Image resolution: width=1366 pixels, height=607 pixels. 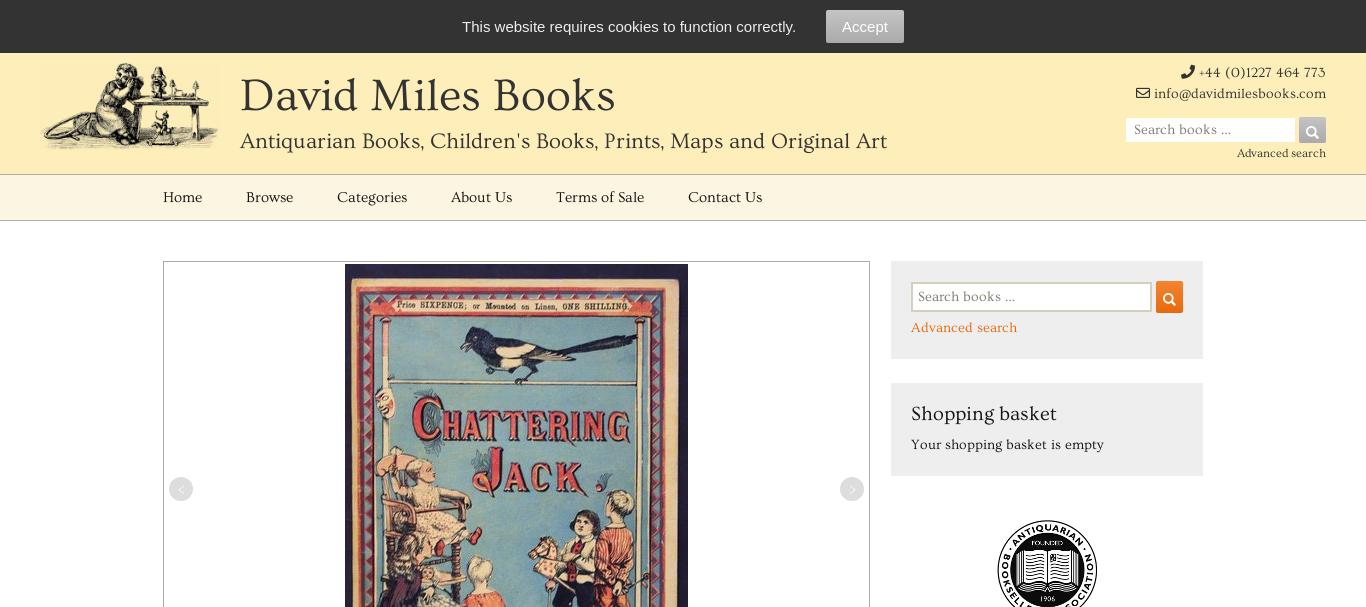 What do you see at coordinates (847, 488) in the screenshot?
I see `'>'` at bounding box center [847, 488].